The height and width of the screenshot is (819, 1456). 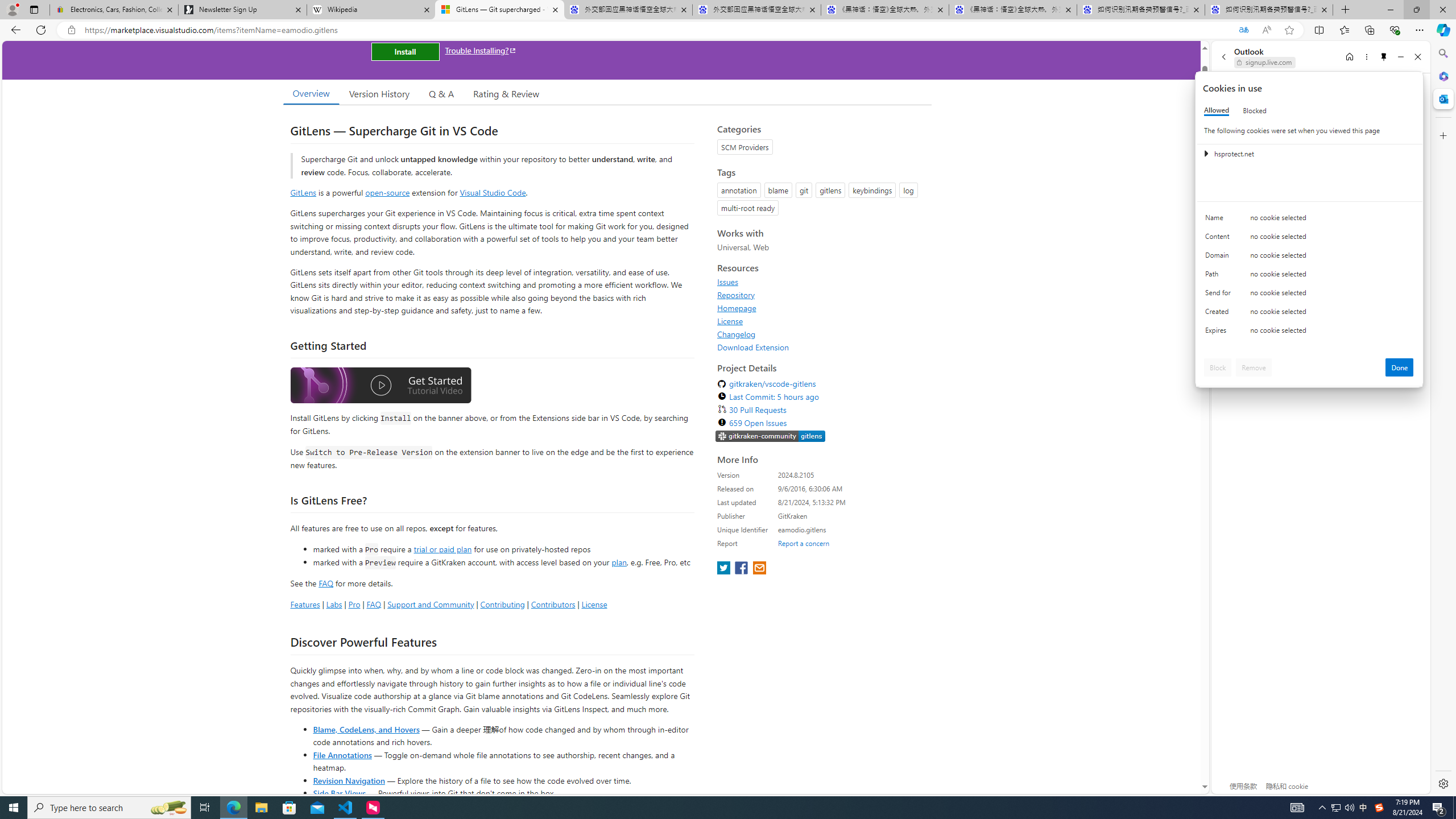 What do you see at coordinates (1219, 239) in the screenshot?
I see `'Content'` at bounding box center [1219, 239].